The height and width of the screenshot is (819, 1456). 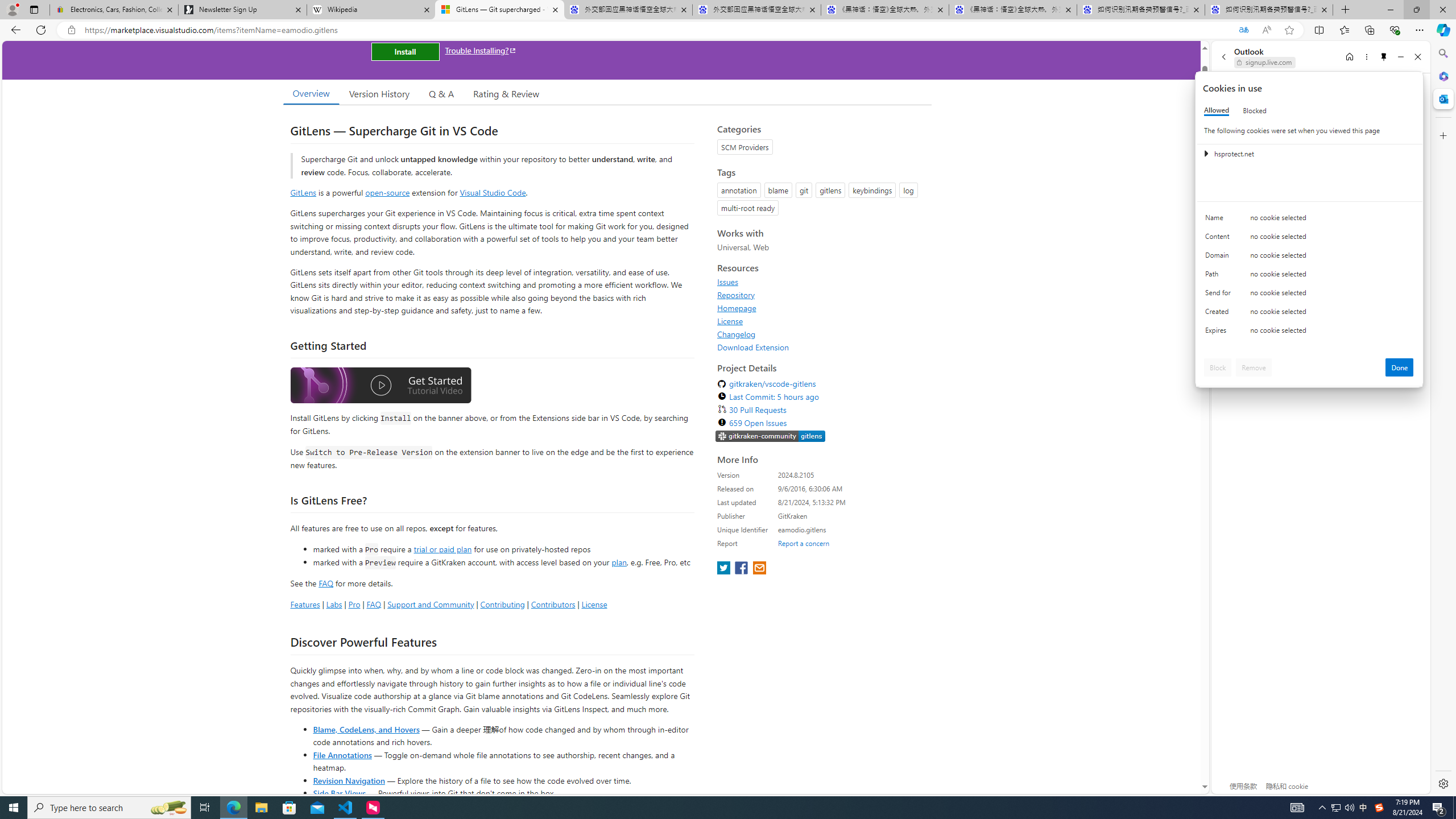 What do you see at coordinates (1219, 239) in the screenshot?
I see `'Content'` at bounding box center [1219, 239].